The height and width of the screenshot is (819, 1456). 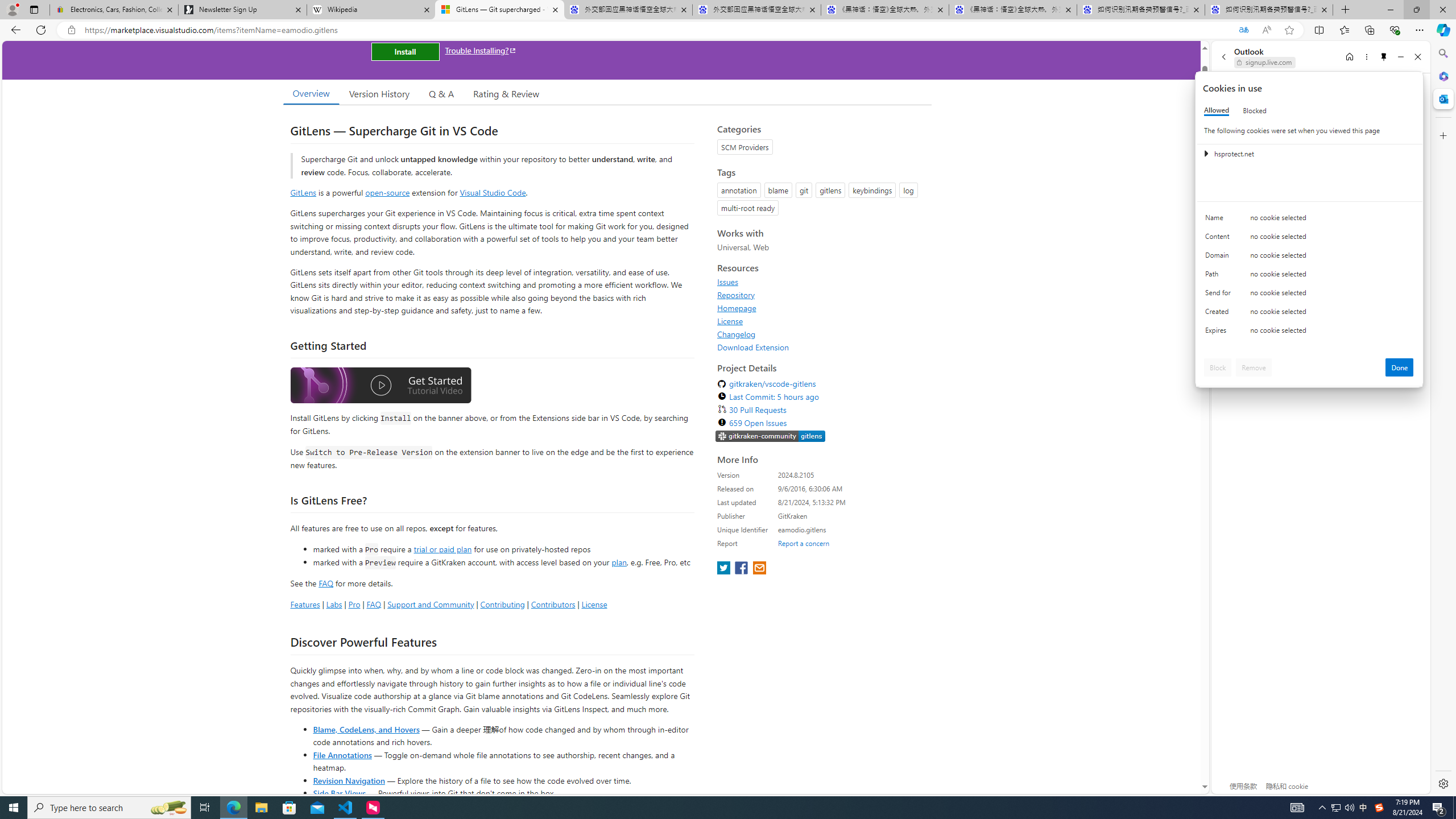 What do you see at coordinates (1219, 239) in the screenshot?
I see `'Content'` at bounding box center [1219, 239].